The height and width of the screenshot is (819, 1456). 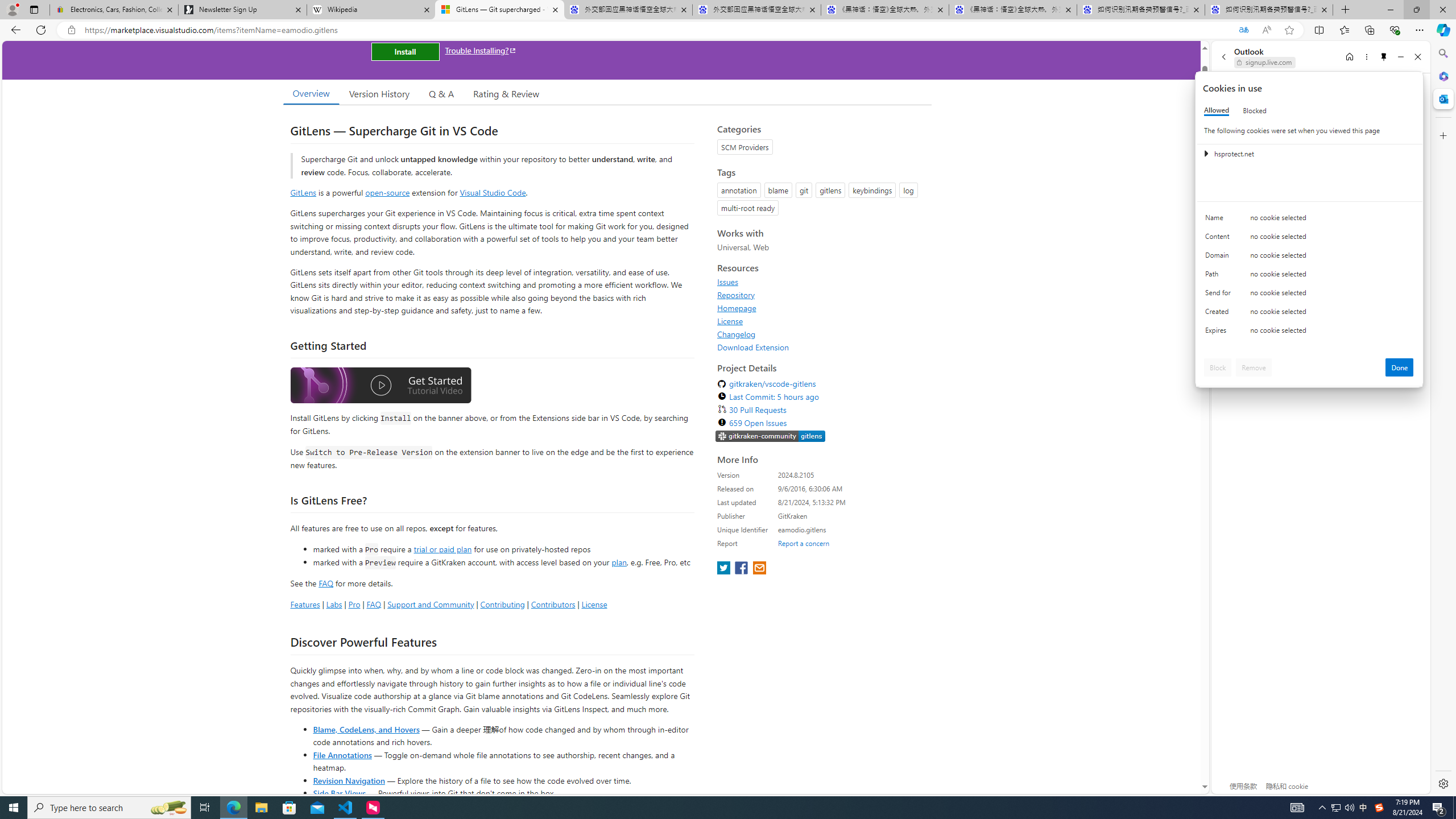 What do you see at coordinates (1219, 239) in the screenshot?
I see `'Content'` at bounding box center [1219, 239].